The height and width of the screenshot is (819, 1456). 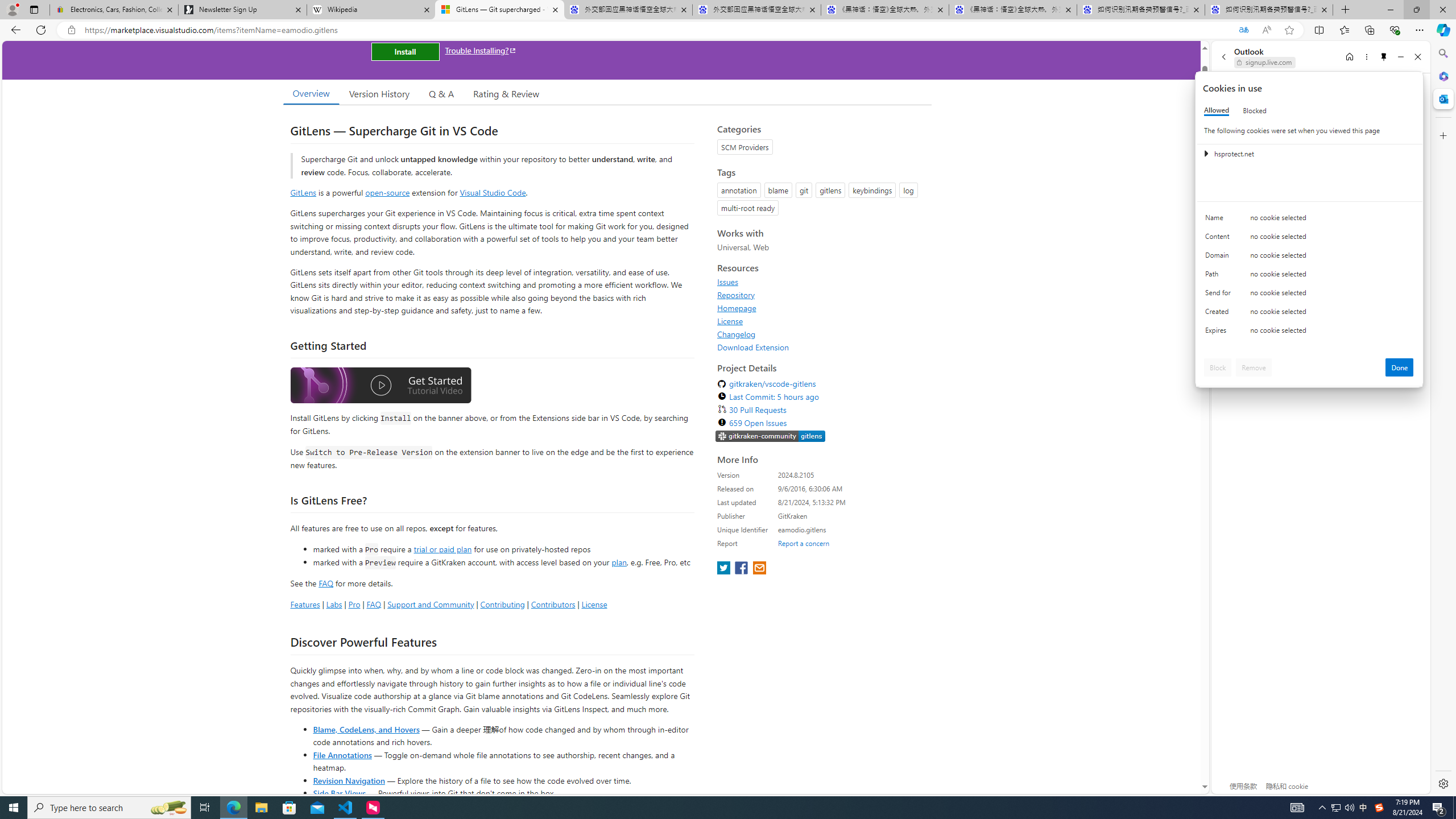 What do you see at coordinates (1219, 239) in the screenshot?
I see `'Content'` at bounding box center [1219, 239].